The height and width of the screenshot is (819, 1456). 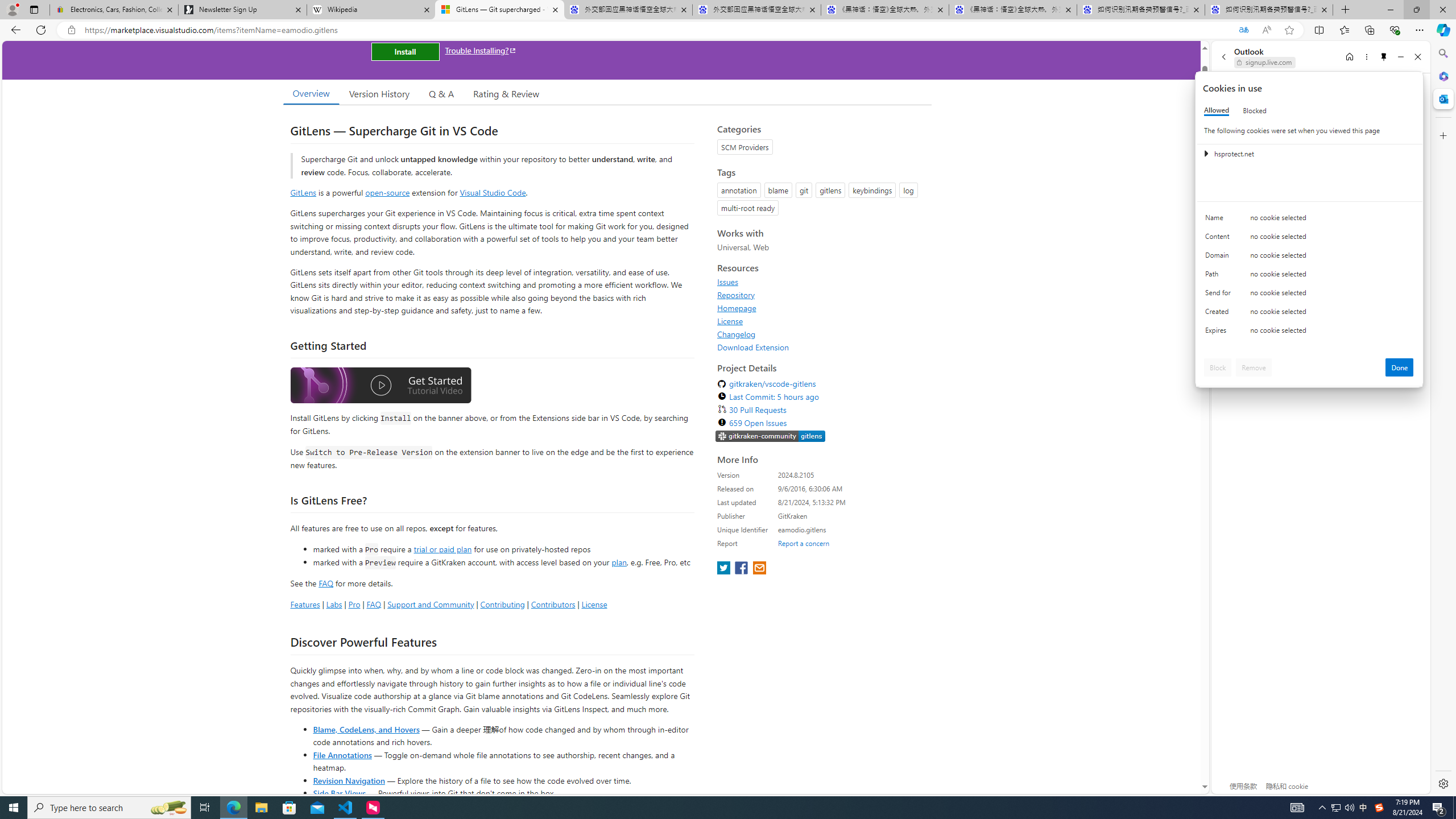 What do you see at coordinates (1219, 239) in the screenshot?
I see `'Content'` at bounding box center [1219, 239].